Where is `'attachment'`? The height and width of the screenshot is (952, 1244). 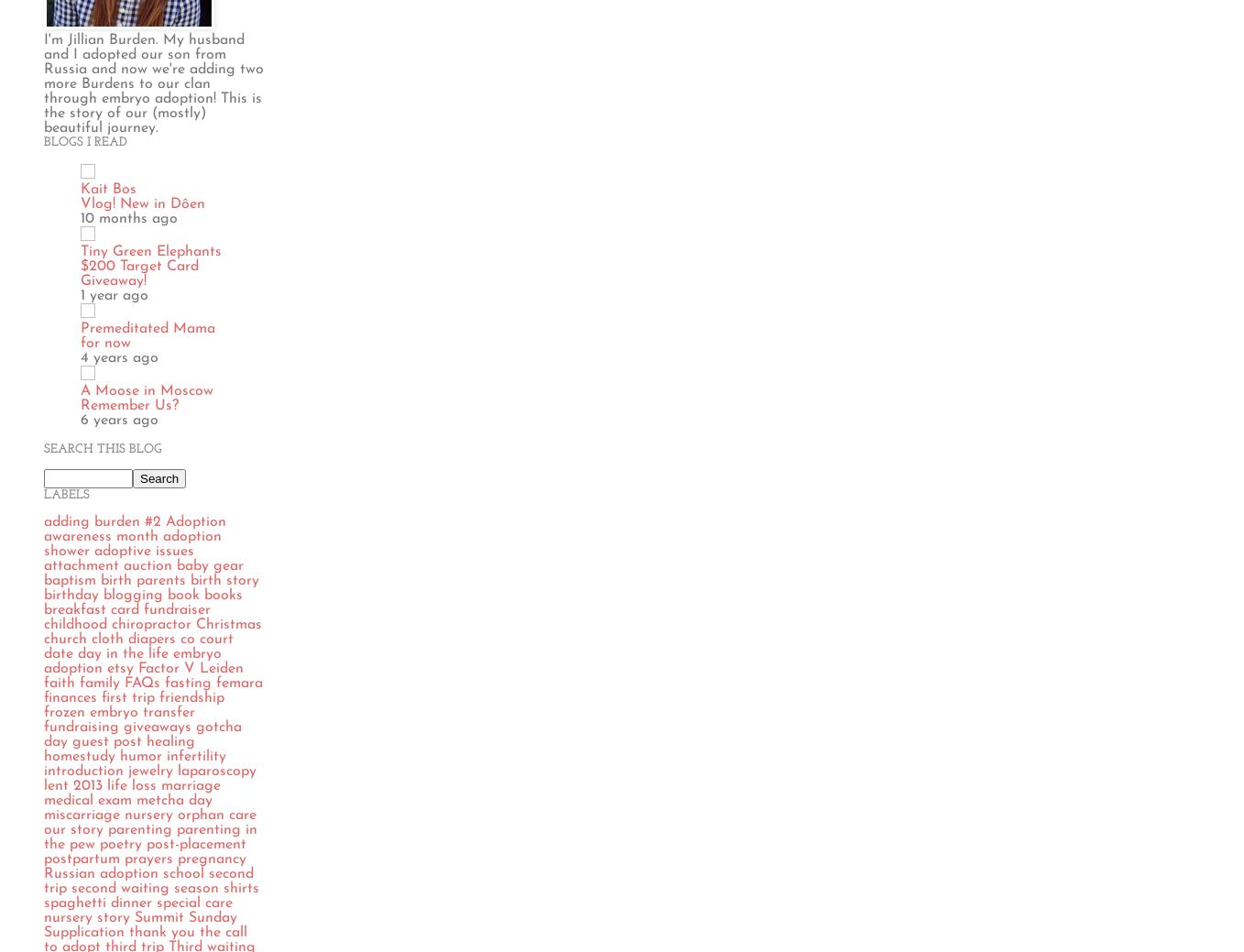
'attachment' is located at coordinates (81, 564).